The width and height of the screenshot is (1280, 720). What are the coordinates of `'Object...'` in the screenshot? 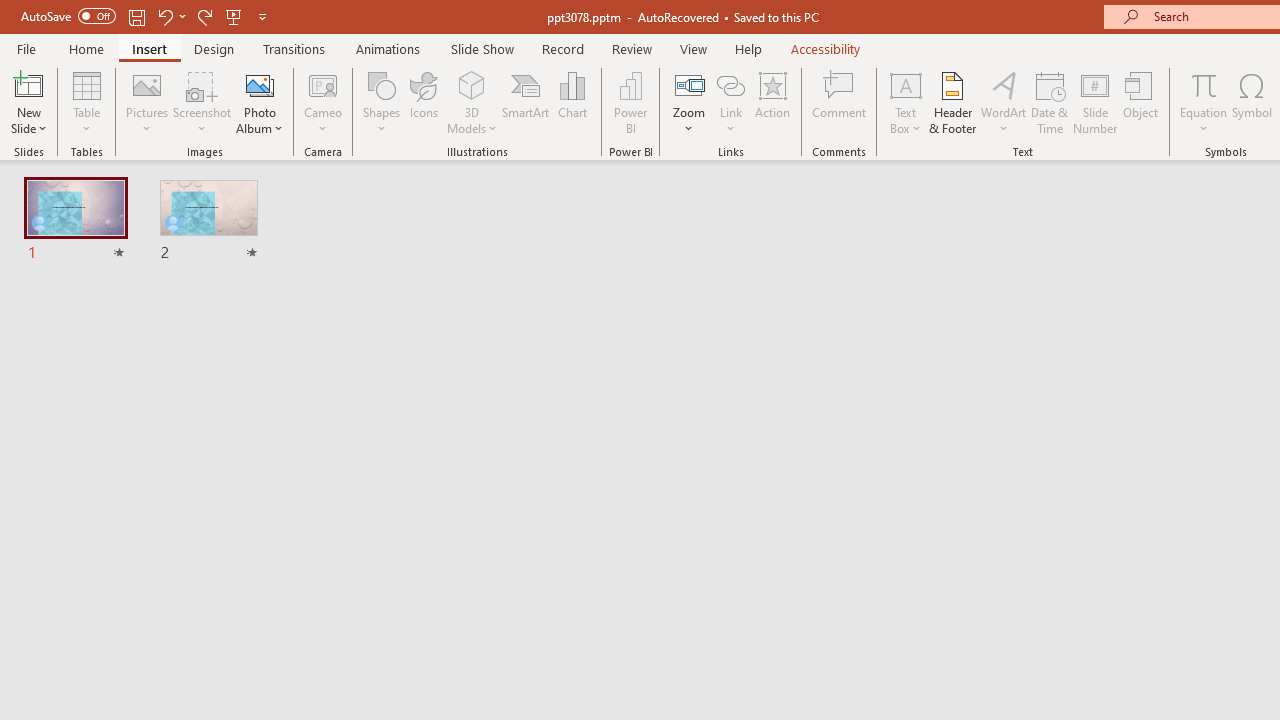 It's located at (1141, 103).